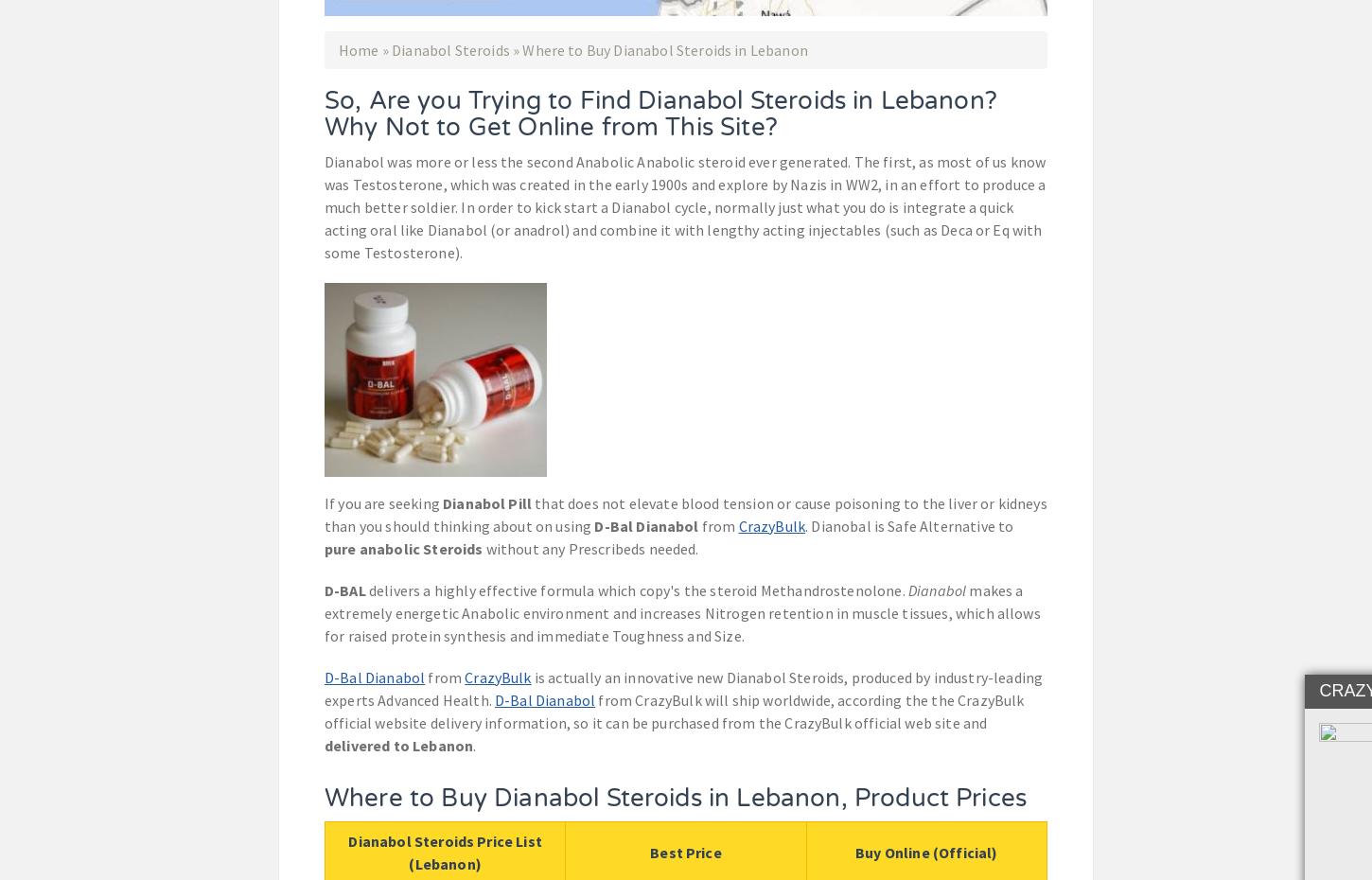 The height and width of the screenshot is (880, 1372). Describe the element at coordinates (487, 502) in the screenshot. I see `'Dianabol Pill'` at that location.